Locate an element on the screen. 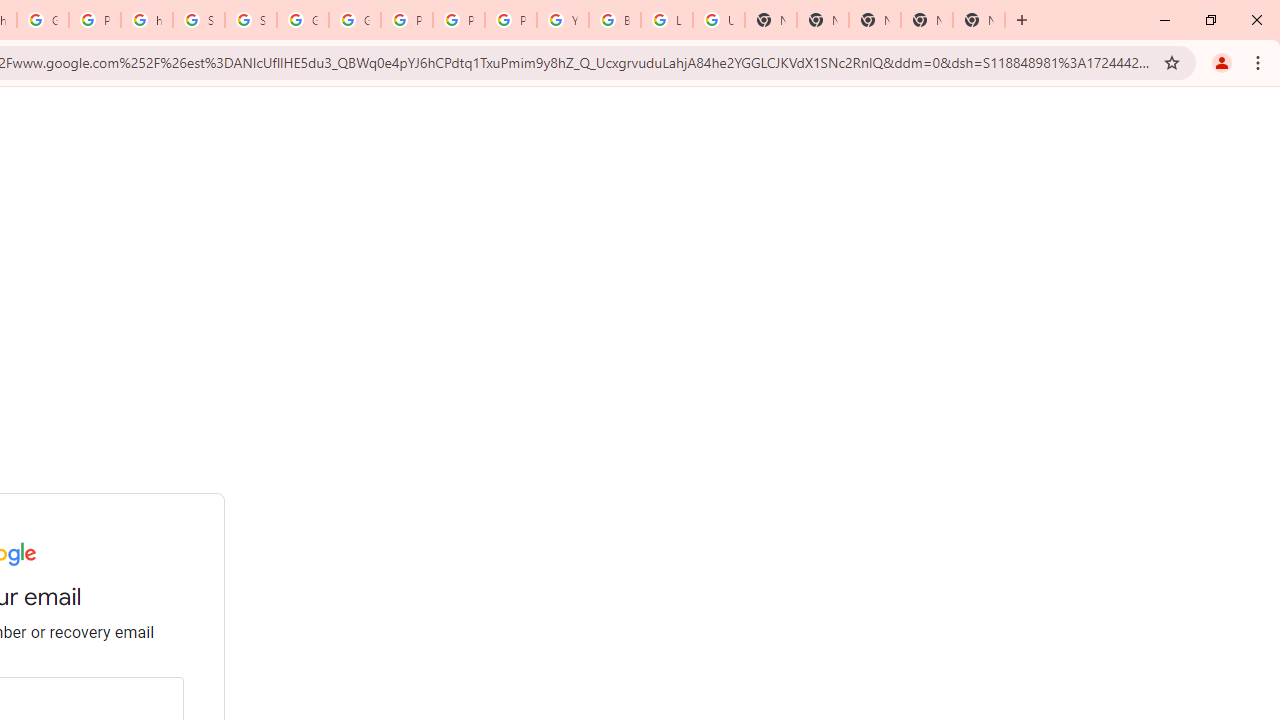 This screenshot has height=720, width=1280. 'YouTube' is located at coordinates (561, 20).